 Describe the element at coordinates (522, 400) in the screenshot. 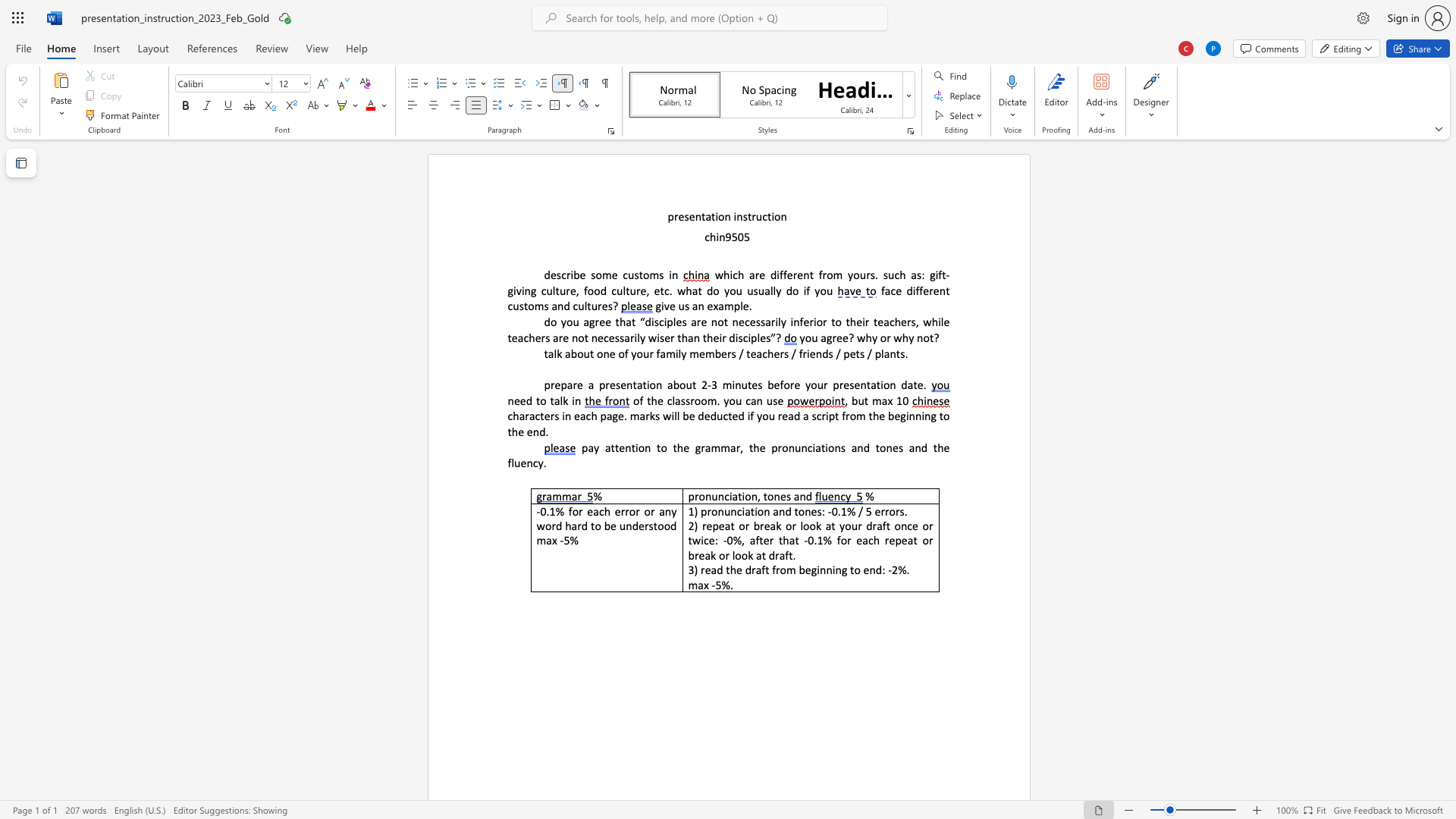

I see `the 2th character "e" in the text` at that location.